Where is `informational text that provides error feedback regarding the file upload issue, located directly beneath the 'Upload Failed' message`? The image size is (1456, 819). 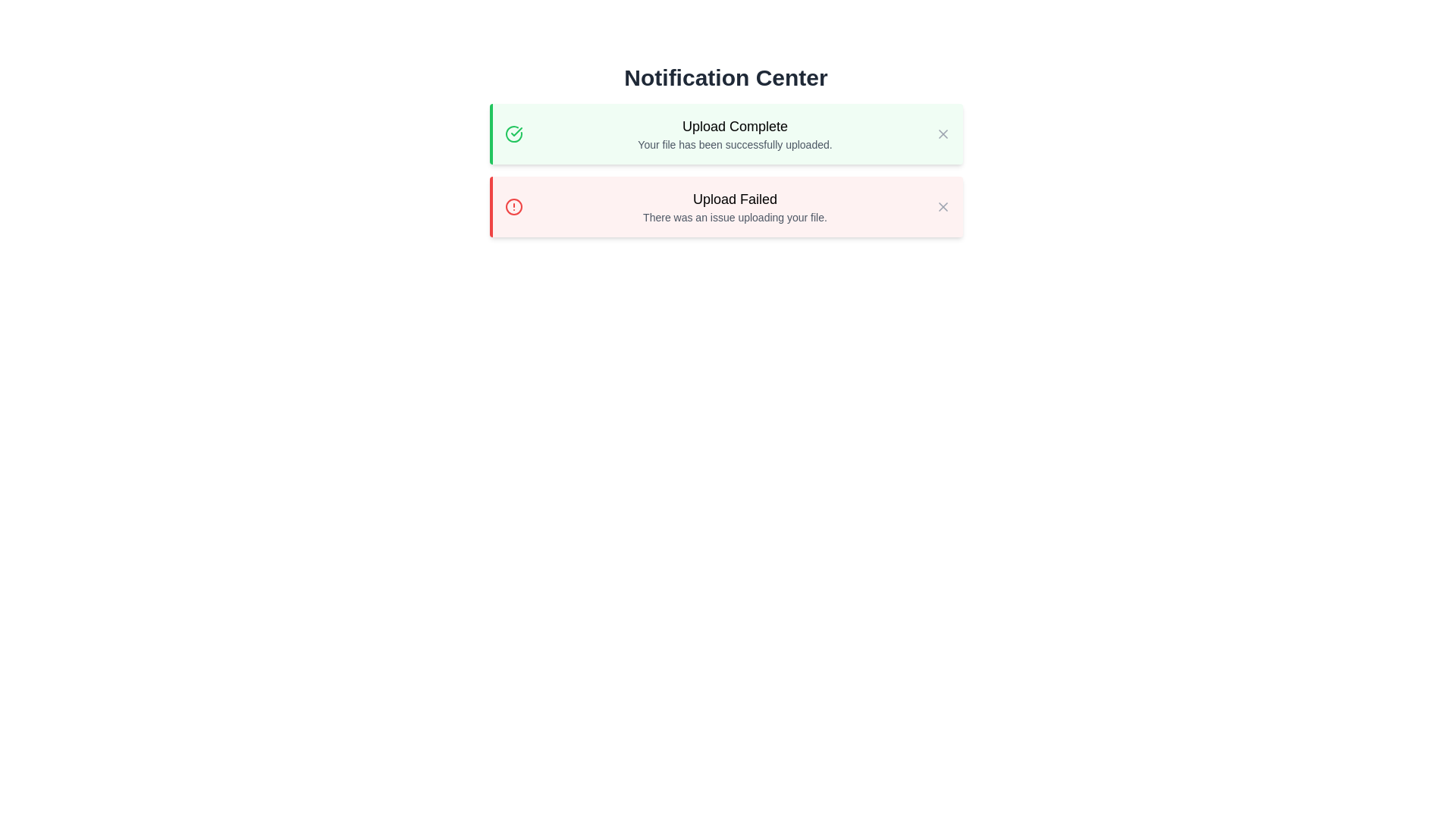 informational text that provides error feedback regarding the file upload issue, located directly beneath the 'Upload Failed' message is located at coordinates (735, 217).